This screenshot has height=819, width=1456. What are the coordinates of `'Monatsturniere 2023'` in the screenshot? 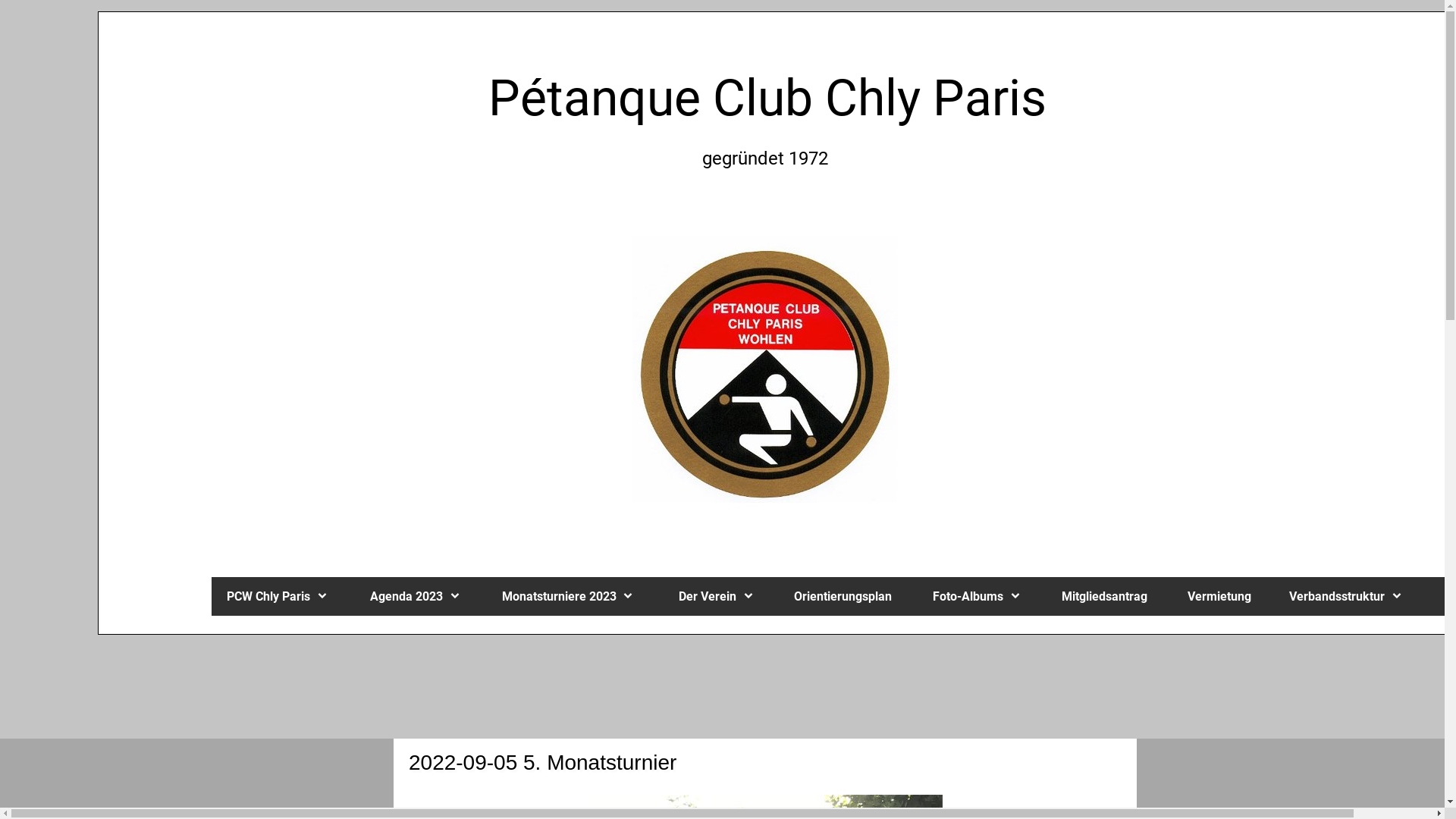 It's located at (574, 595).